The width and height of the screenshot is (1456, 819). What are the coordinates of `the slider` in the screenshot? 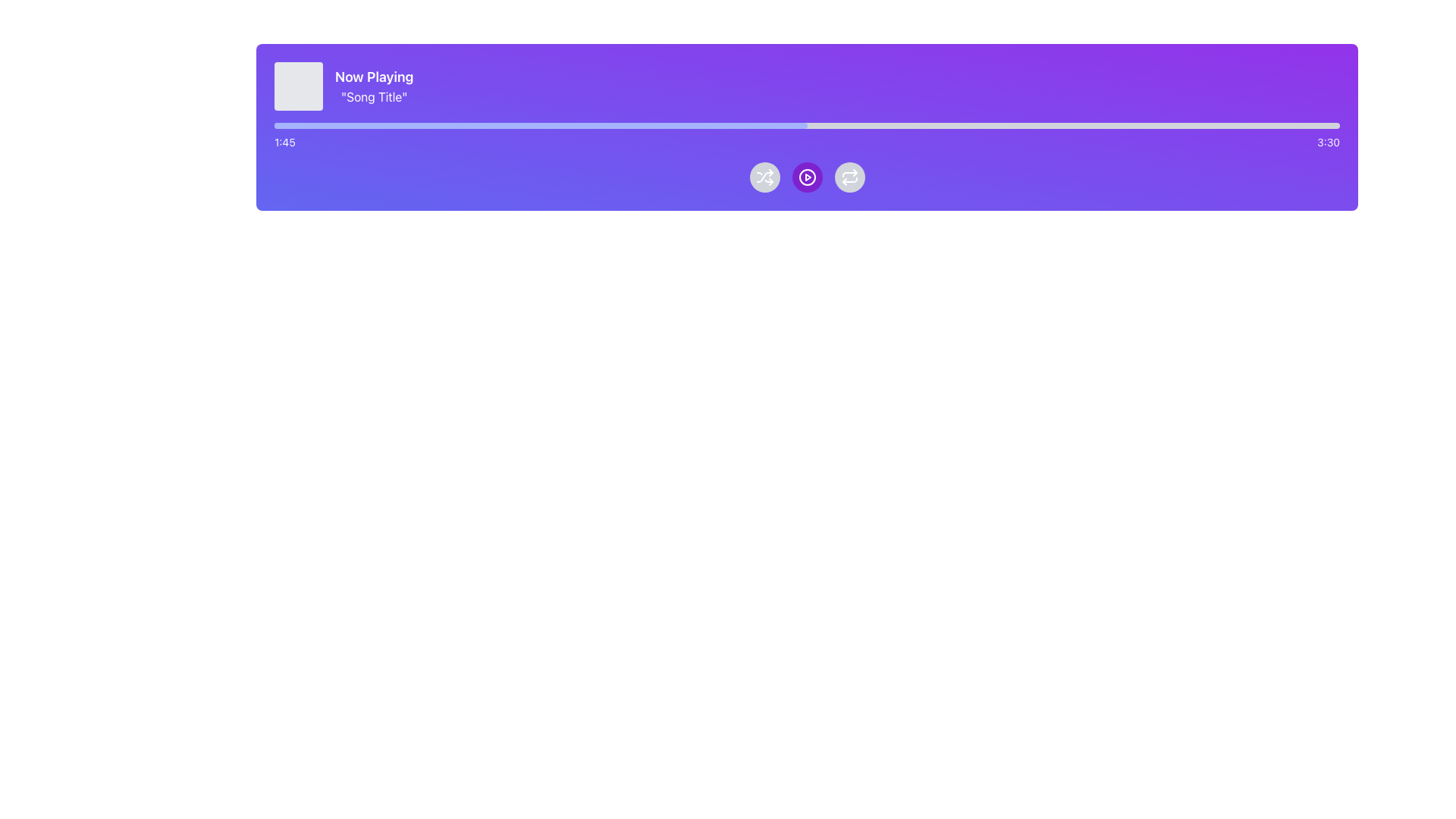 It's located at (1015, 124).